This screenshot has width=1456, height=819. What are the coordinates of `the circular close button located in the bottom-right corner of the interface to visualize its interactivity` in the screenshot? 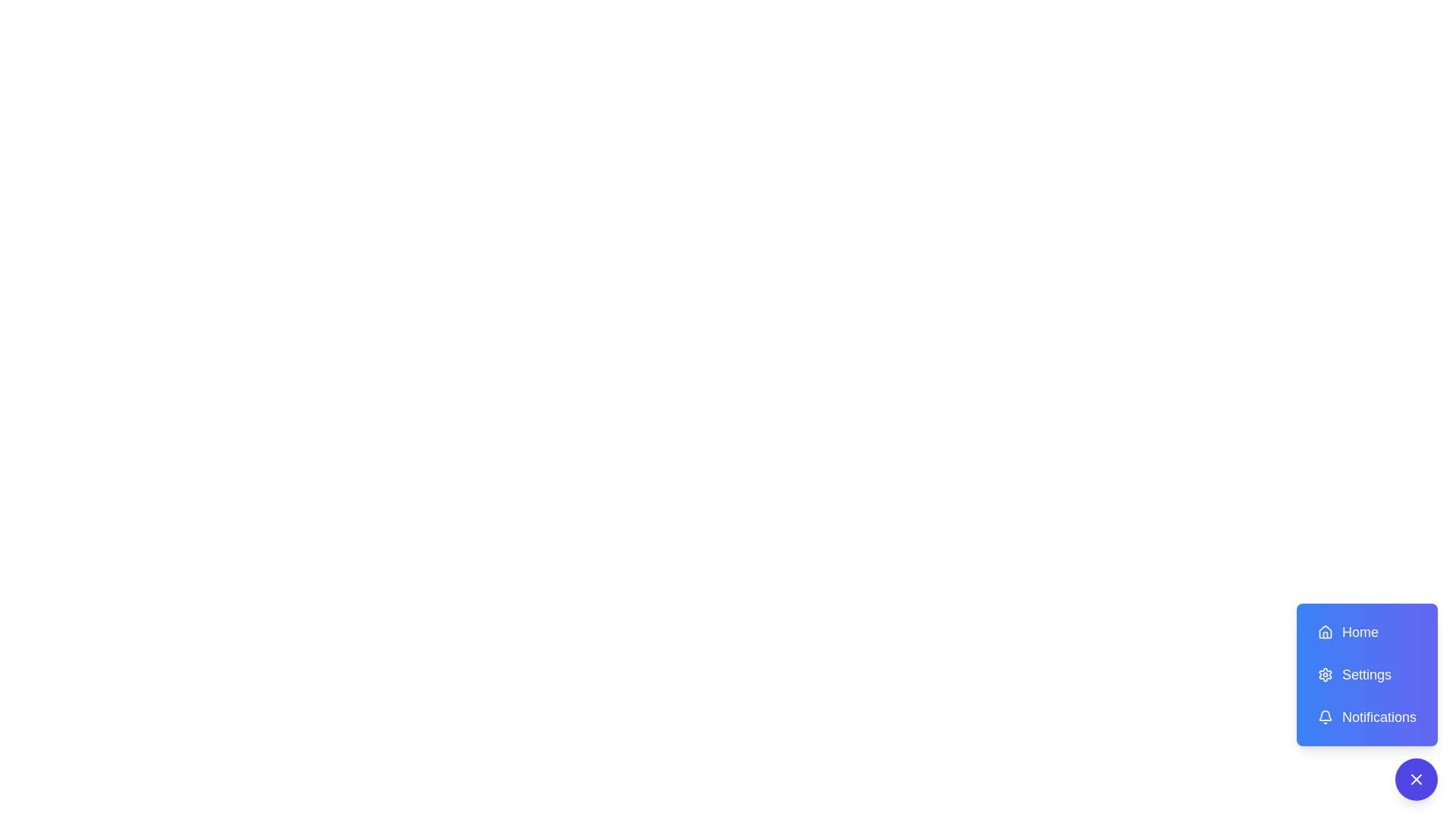 It's located at (1415, 780).